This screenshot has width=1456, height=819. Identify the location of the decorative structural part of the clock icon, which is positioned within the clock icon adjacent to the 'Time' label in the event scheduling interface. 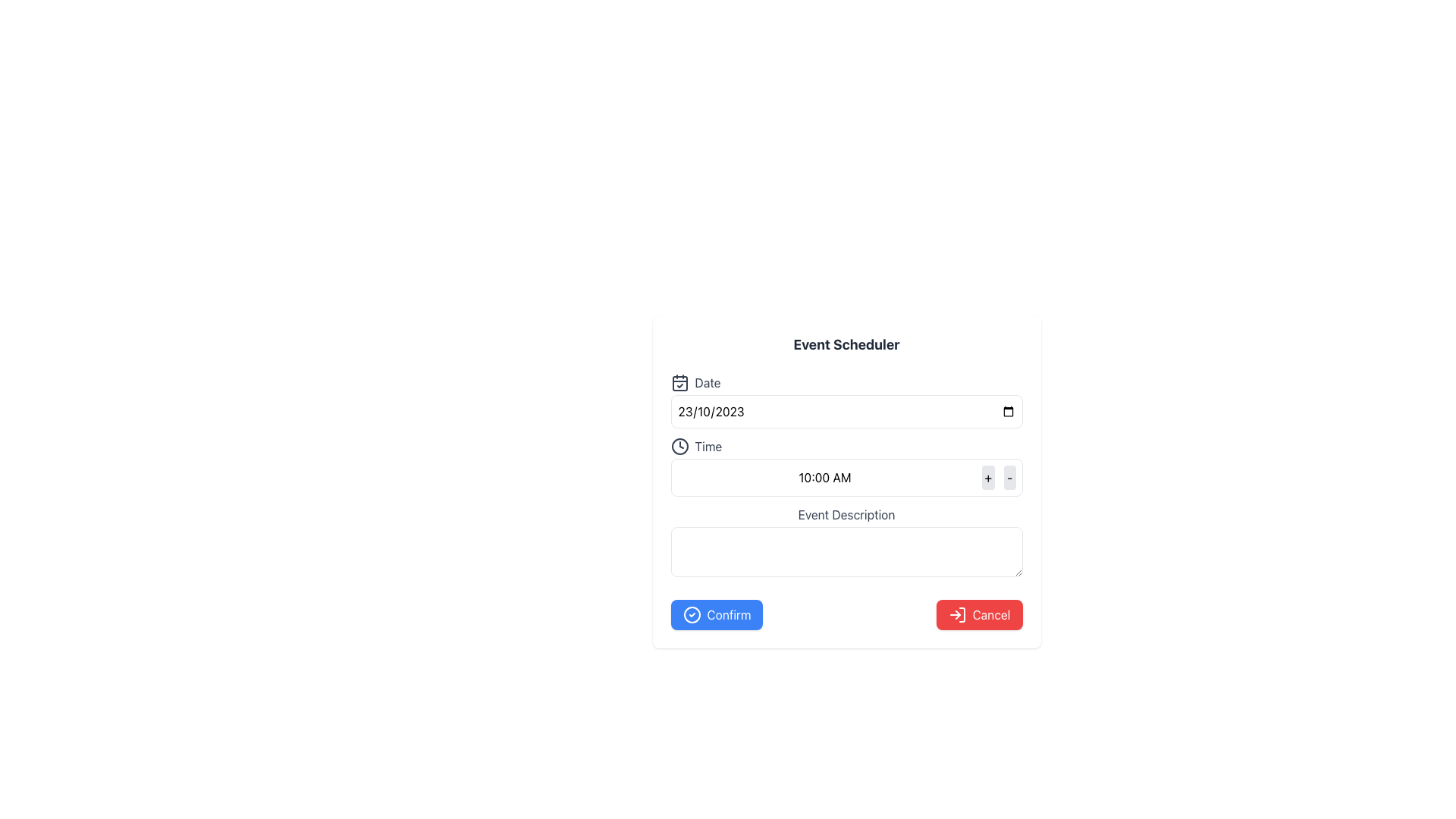
(679, 446).